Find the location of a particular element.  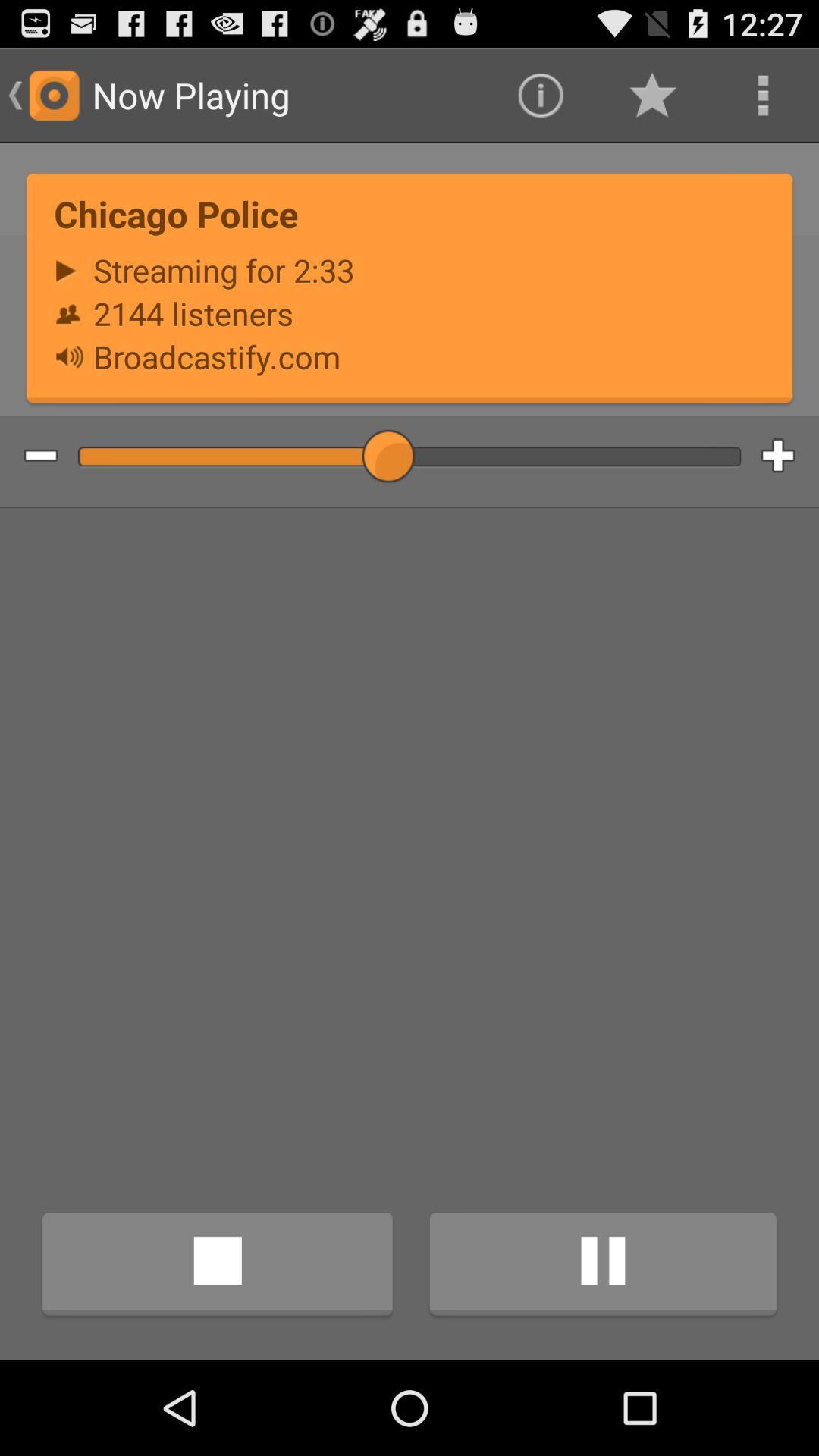

icon to the right of the now playing item is located at coordinates (539, 94).